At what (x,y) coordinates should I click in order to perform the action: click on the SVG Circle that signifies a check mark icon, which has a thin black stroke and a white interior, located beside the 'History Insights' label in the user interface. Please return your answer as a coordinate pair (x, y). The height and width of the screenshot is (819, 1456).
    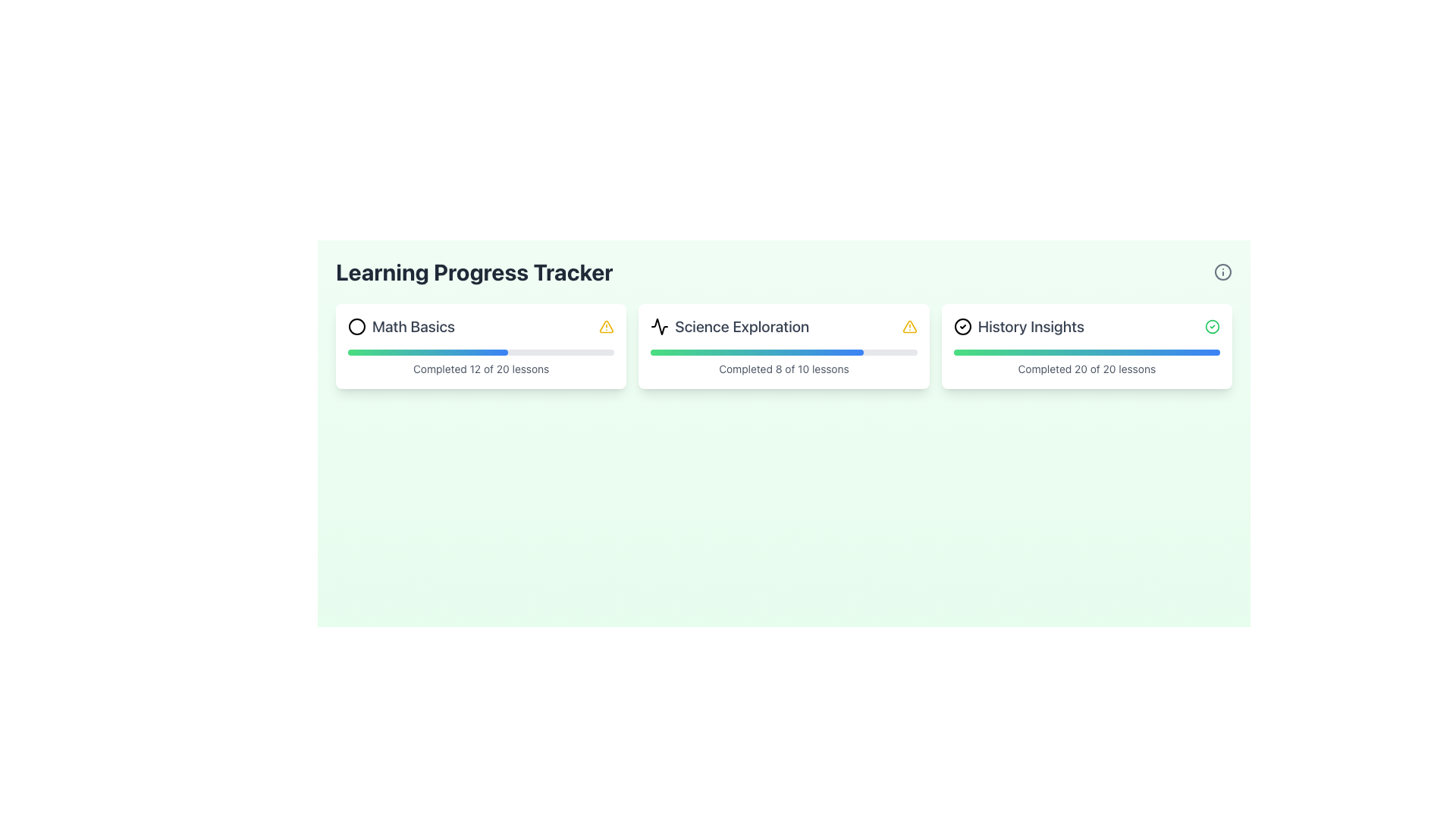
    Looking at the image, I should click on (962, 326).